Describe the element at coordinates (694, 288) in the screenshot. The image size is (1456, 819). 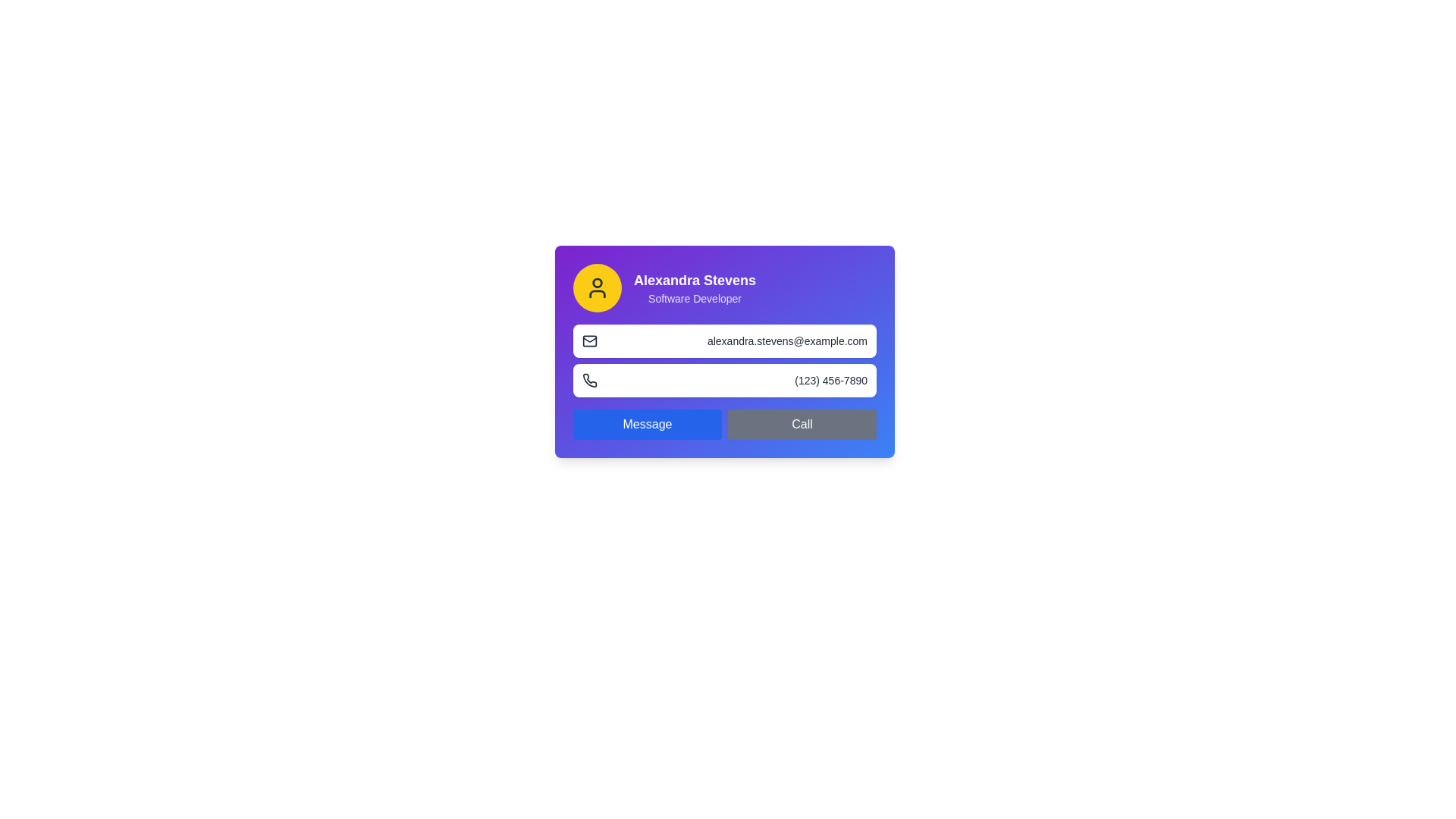
I see `the Combined Text Block that displays the user's name 'Alexandra Stevens' and their professional title 'Software Developer', located in the top portion of a purple rectangular card` at that location.